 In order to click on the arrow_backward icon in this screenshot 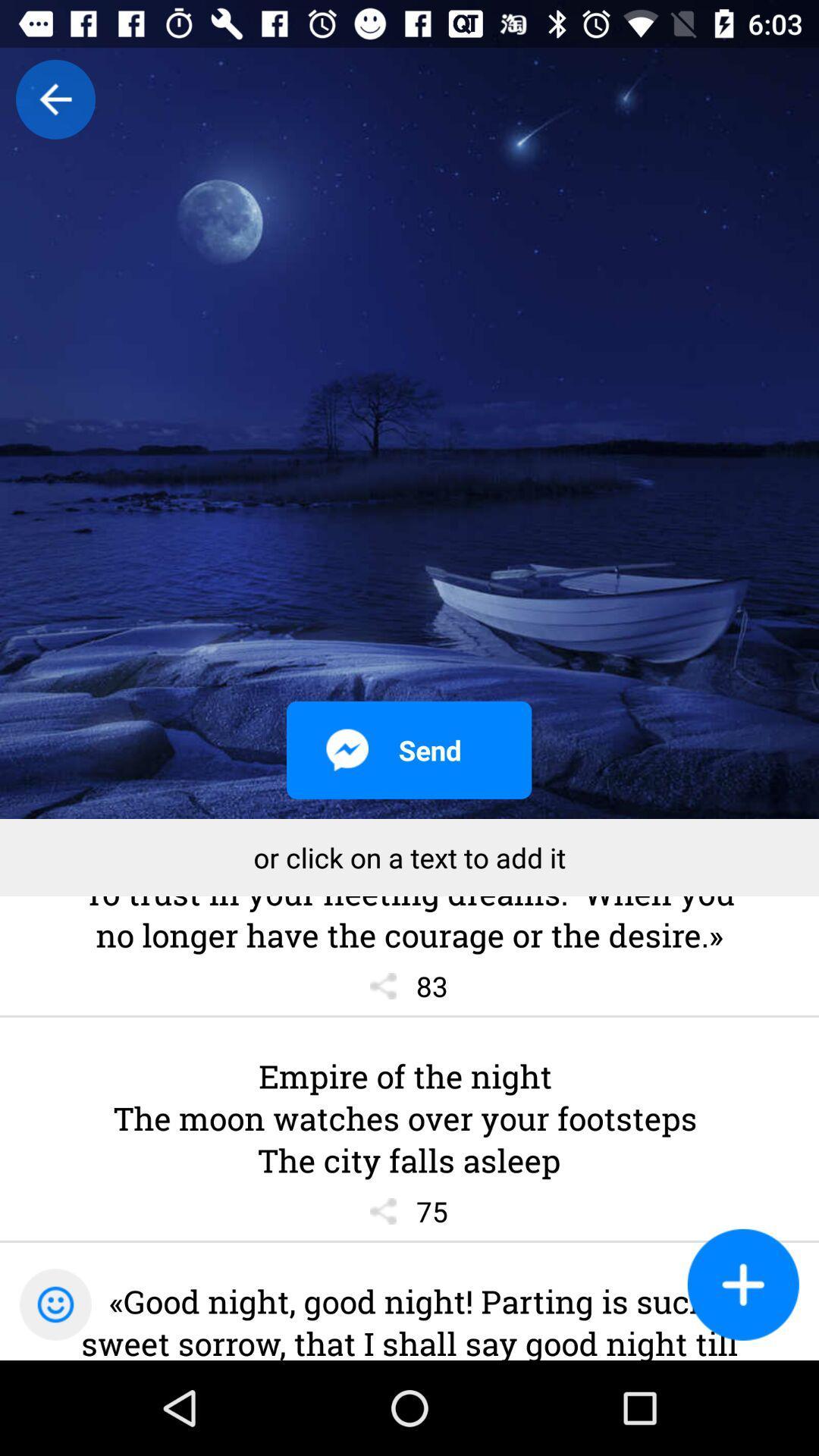, I will do `click(55, 99)`.